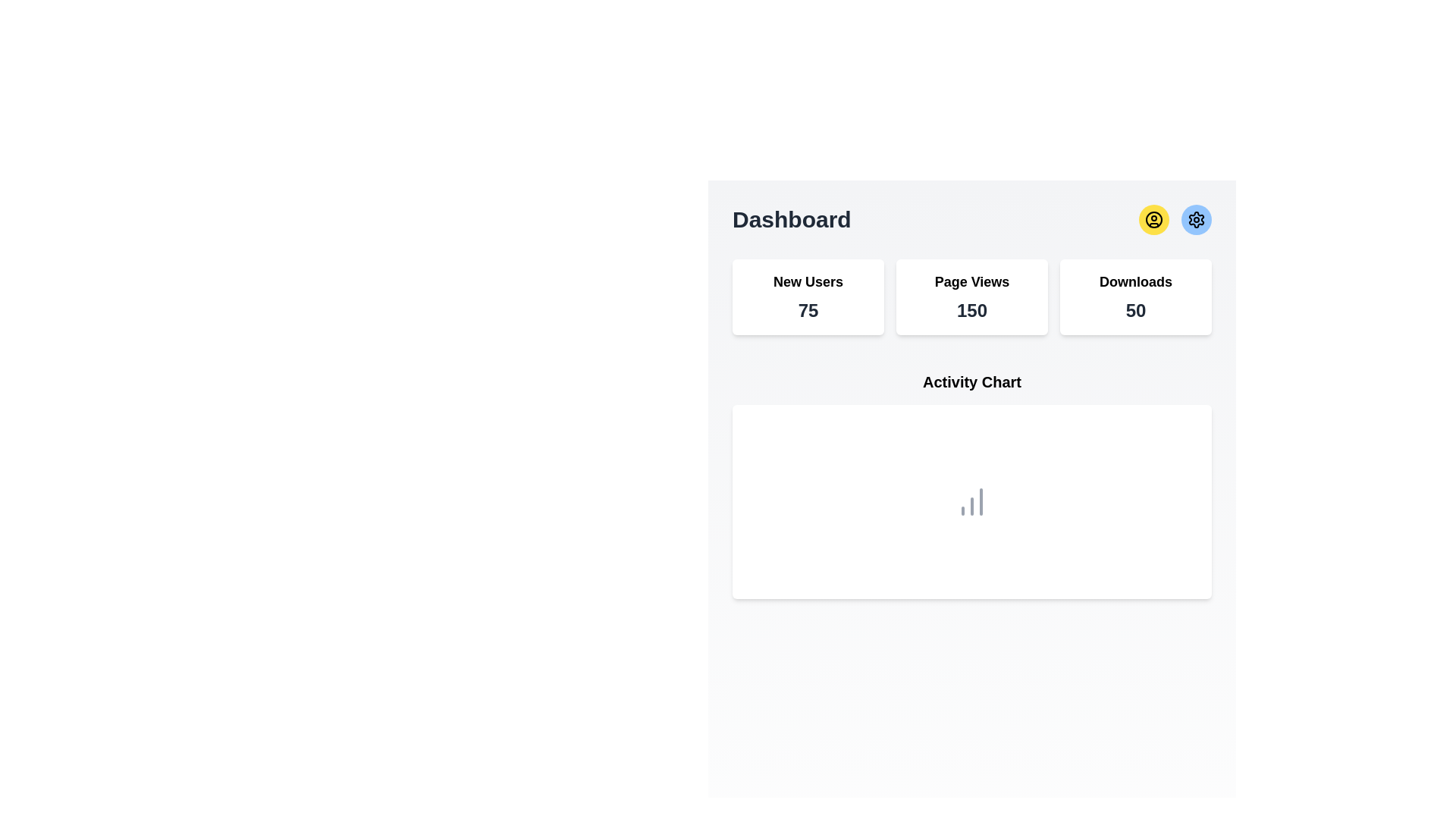 This screenshot has width=1456, height=819. What do you see at coordinates (807, 309) in the screenshot?
I see `the large, bold number '75' displayed in dark gray, which is part of the statistical card component below the label 'New Users'` at bounding box center [807, 309].